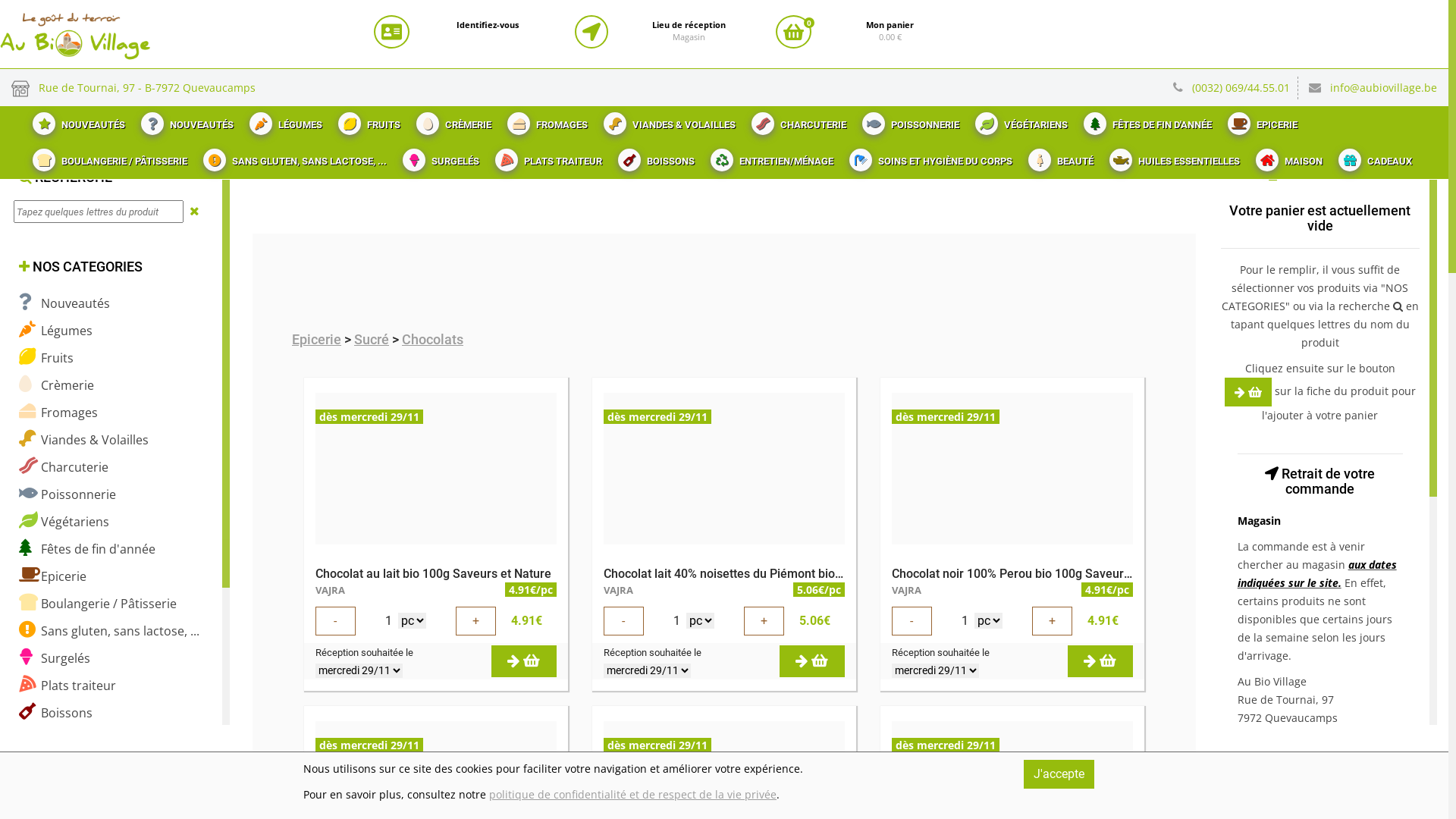 The image size is (1456, 819). I want to click on '+', so click(743, 620).